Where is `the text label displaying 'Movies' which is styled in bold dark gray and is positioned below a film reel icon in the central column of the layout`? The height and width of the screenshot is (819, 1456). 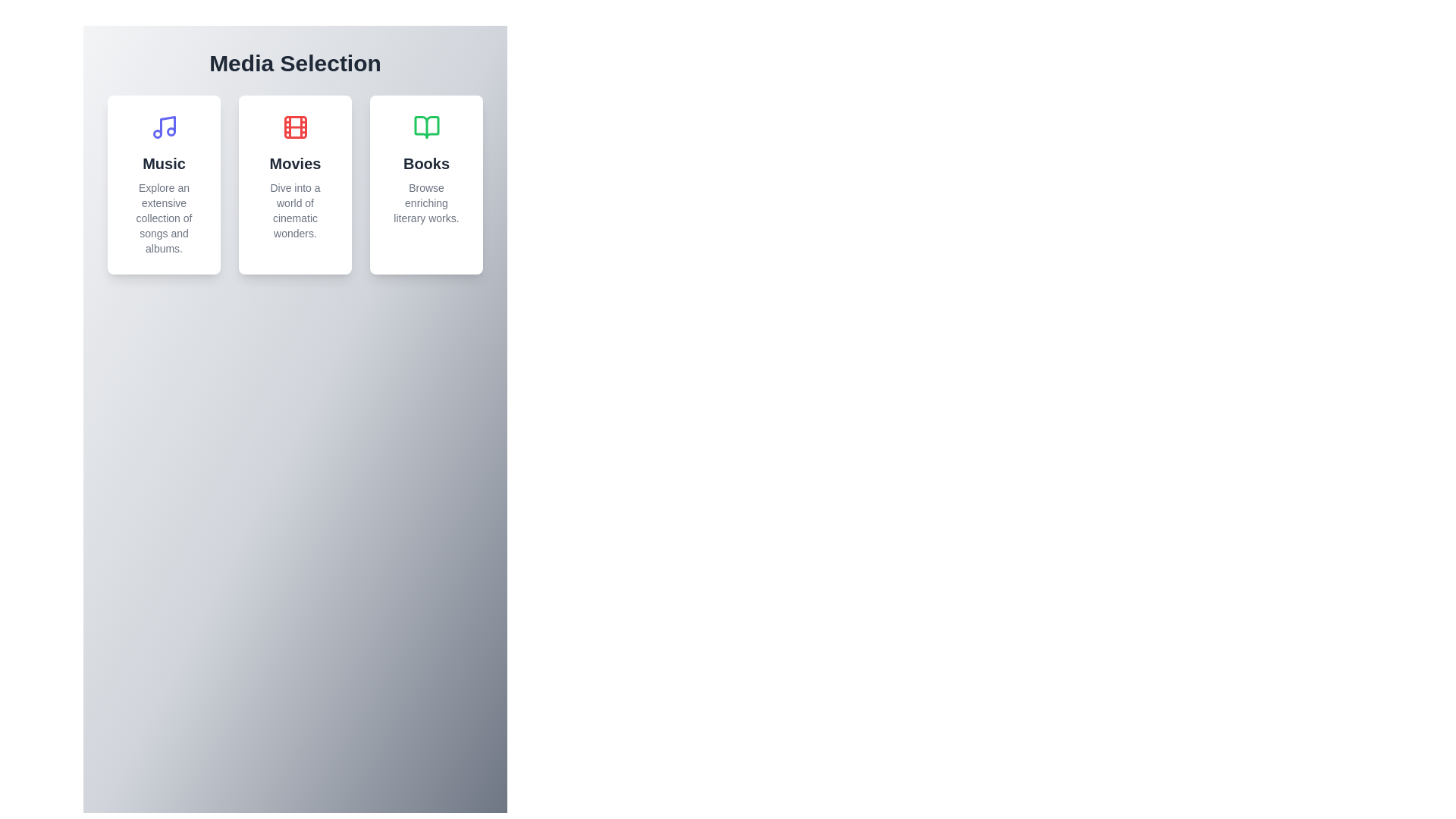 the text label displaying 'Movies' which is styled in bold dark gray and is positioned below a film reel icon in the central column of the layout is located at coordinates (295, 164).